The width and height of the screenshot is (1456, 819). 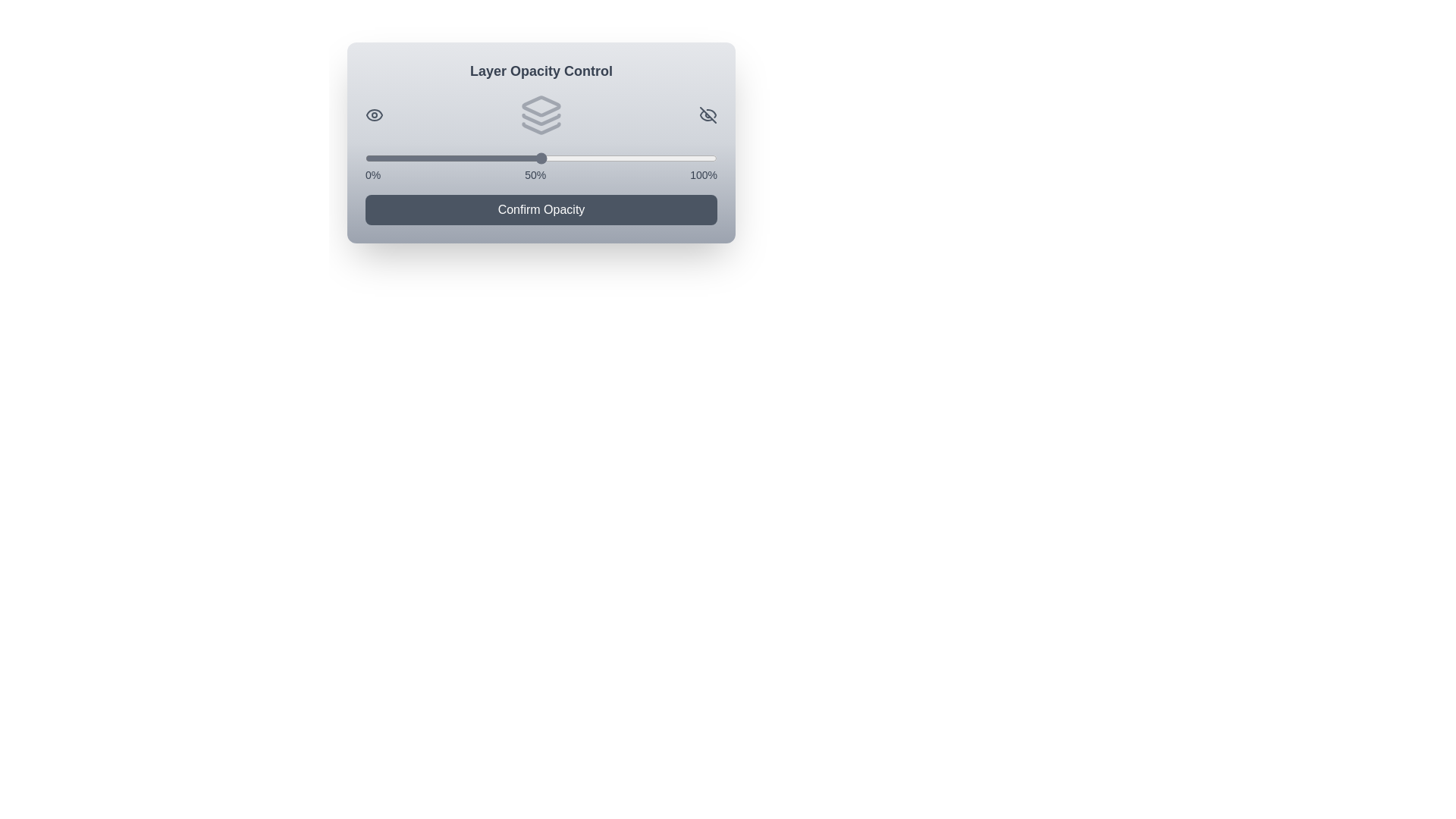 I want to click on the 'Confirm Opacity' button to confirm the opacity setting, so click(x=541, y=210).